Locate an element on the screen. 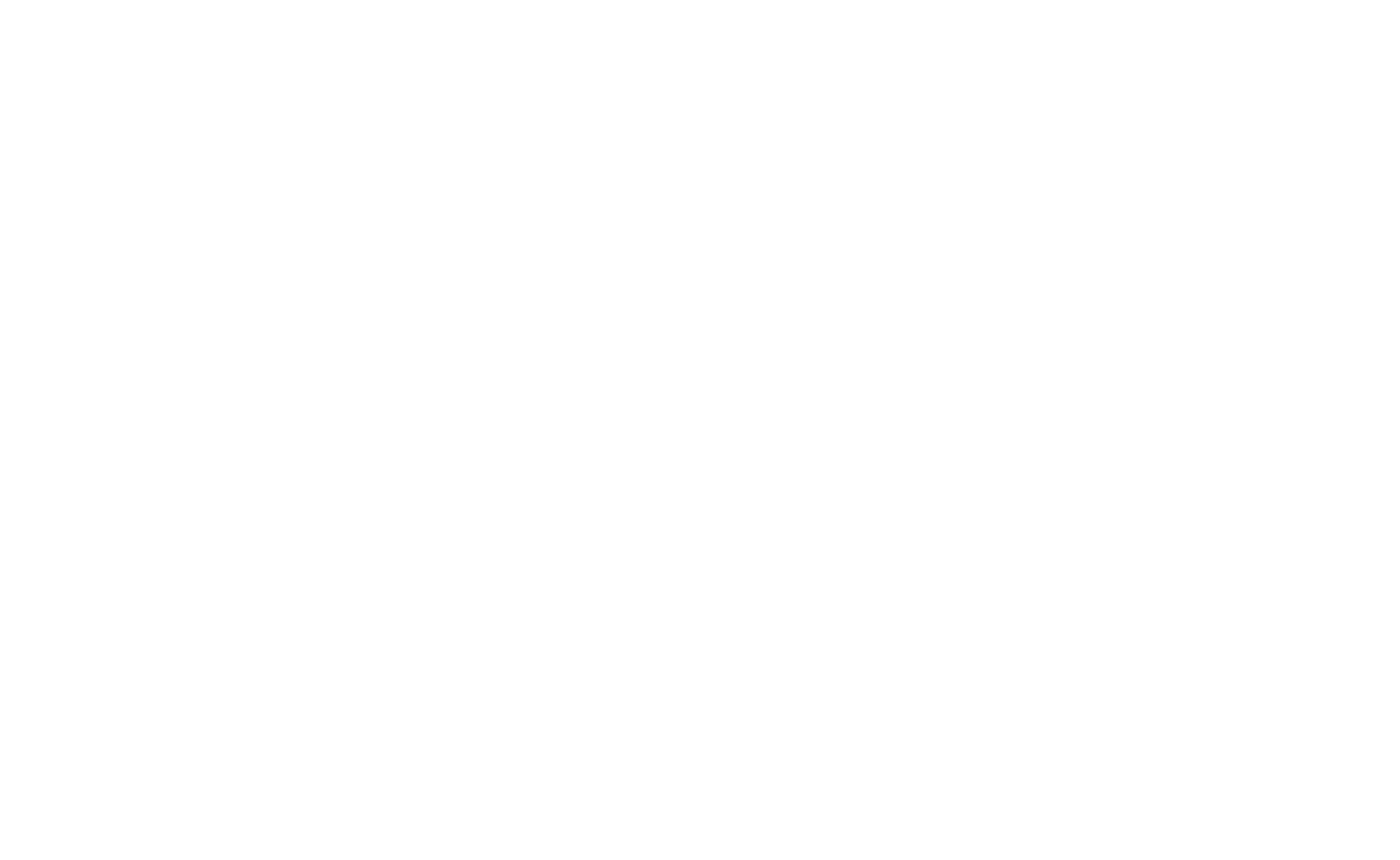 The image size is (1400, 860). 'Nov 10, 2023' is located at coordinates (230, 785).